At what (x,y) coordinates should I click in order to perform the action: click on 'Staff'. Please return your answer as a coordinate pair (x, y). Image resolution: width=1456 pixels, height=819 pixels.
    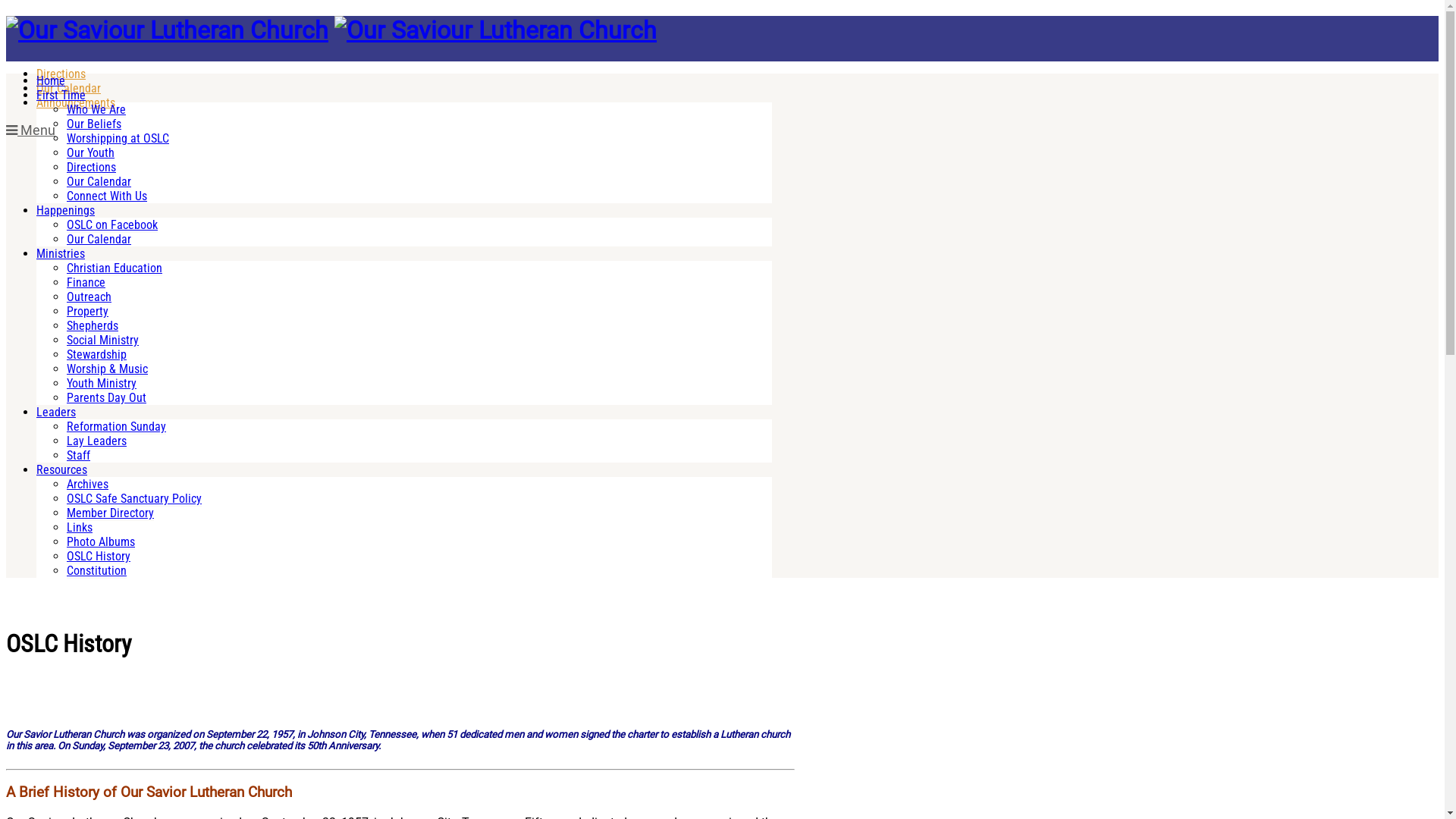
    Looking at the image, I should click on (77, 455).